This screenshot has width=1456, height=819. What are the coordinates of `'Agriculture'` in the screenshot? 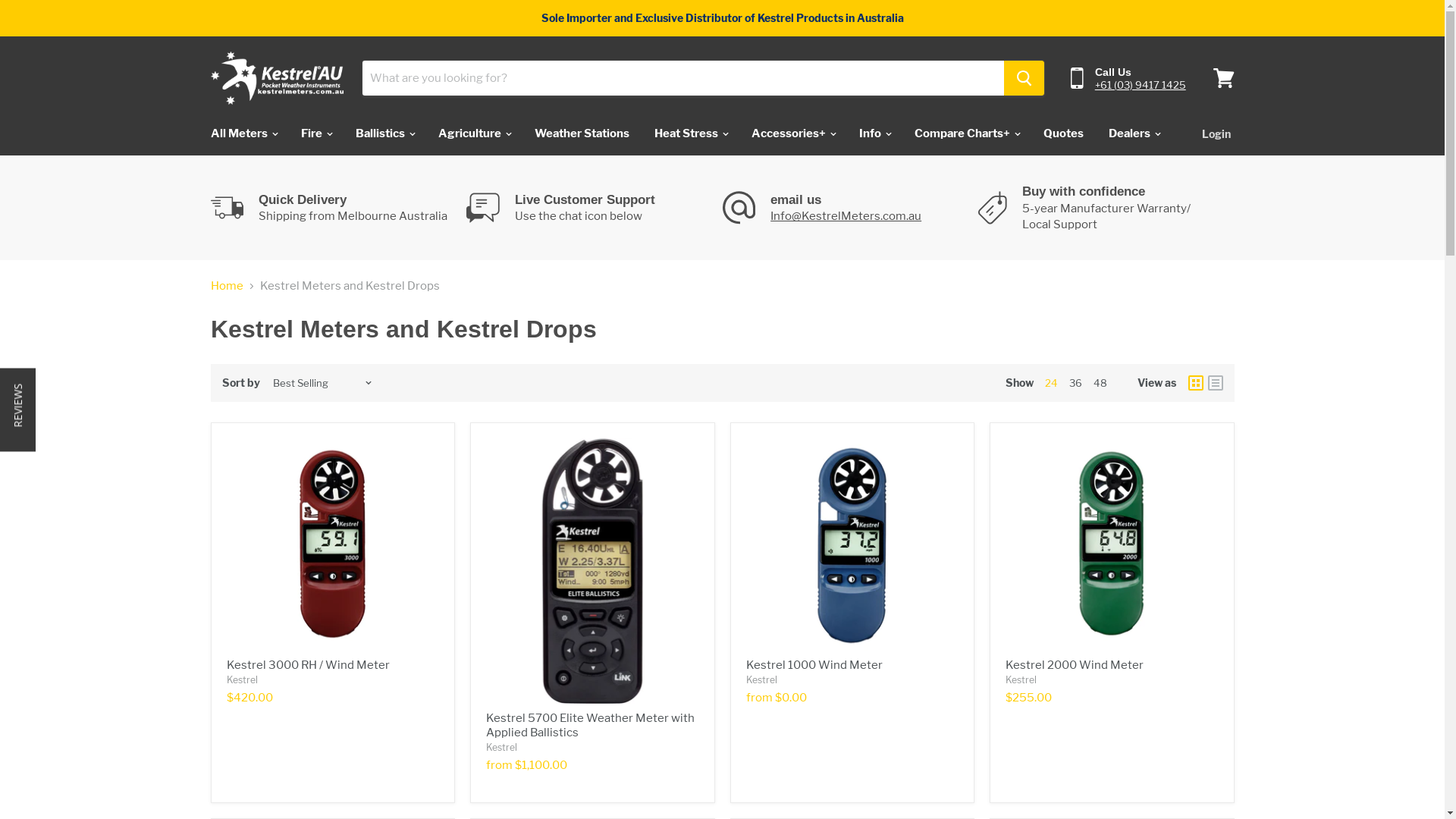 It's located at (472, 133).